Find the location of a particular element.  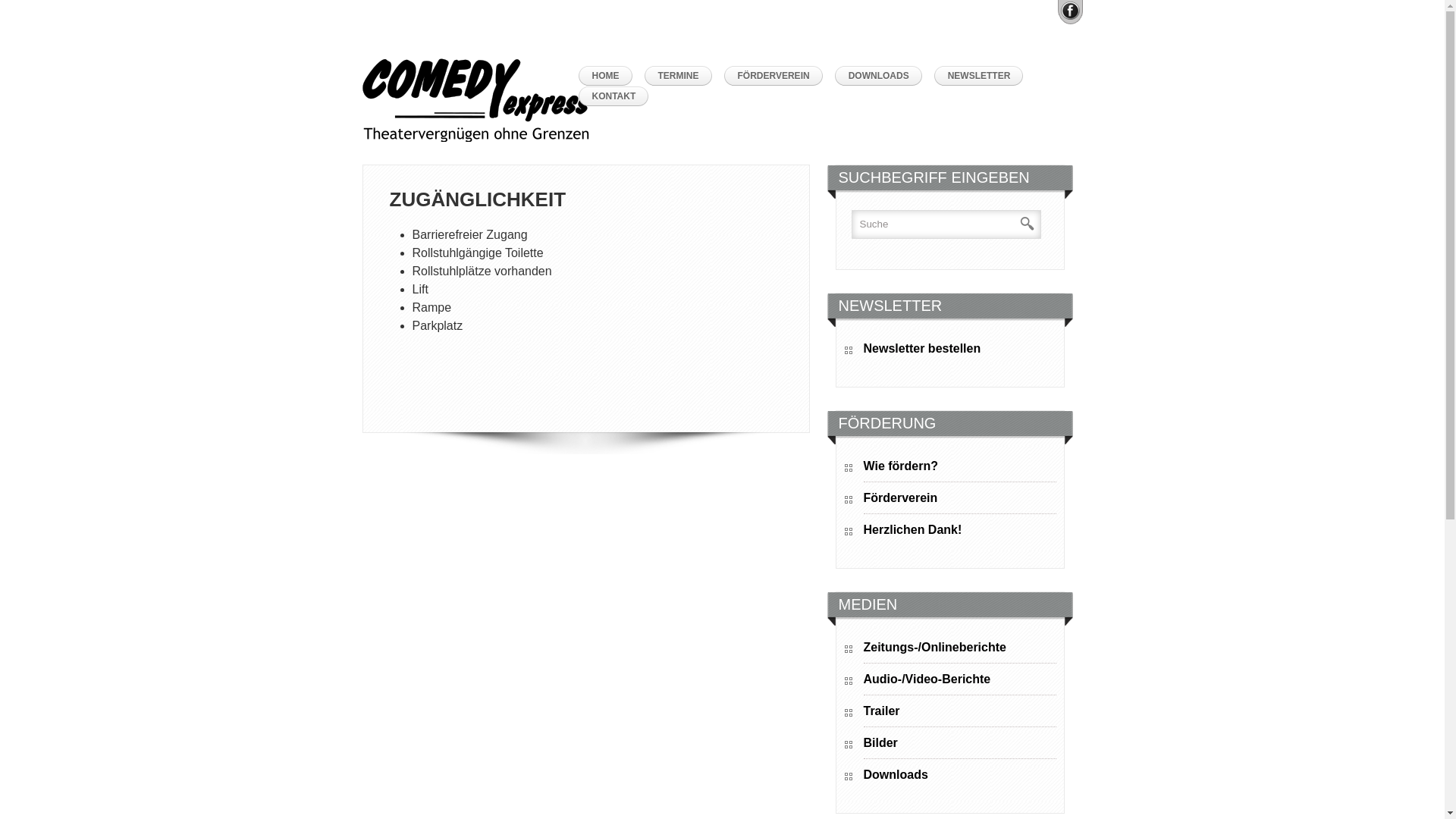

'DOWNLOADS' is located at coordinates (882, 76).